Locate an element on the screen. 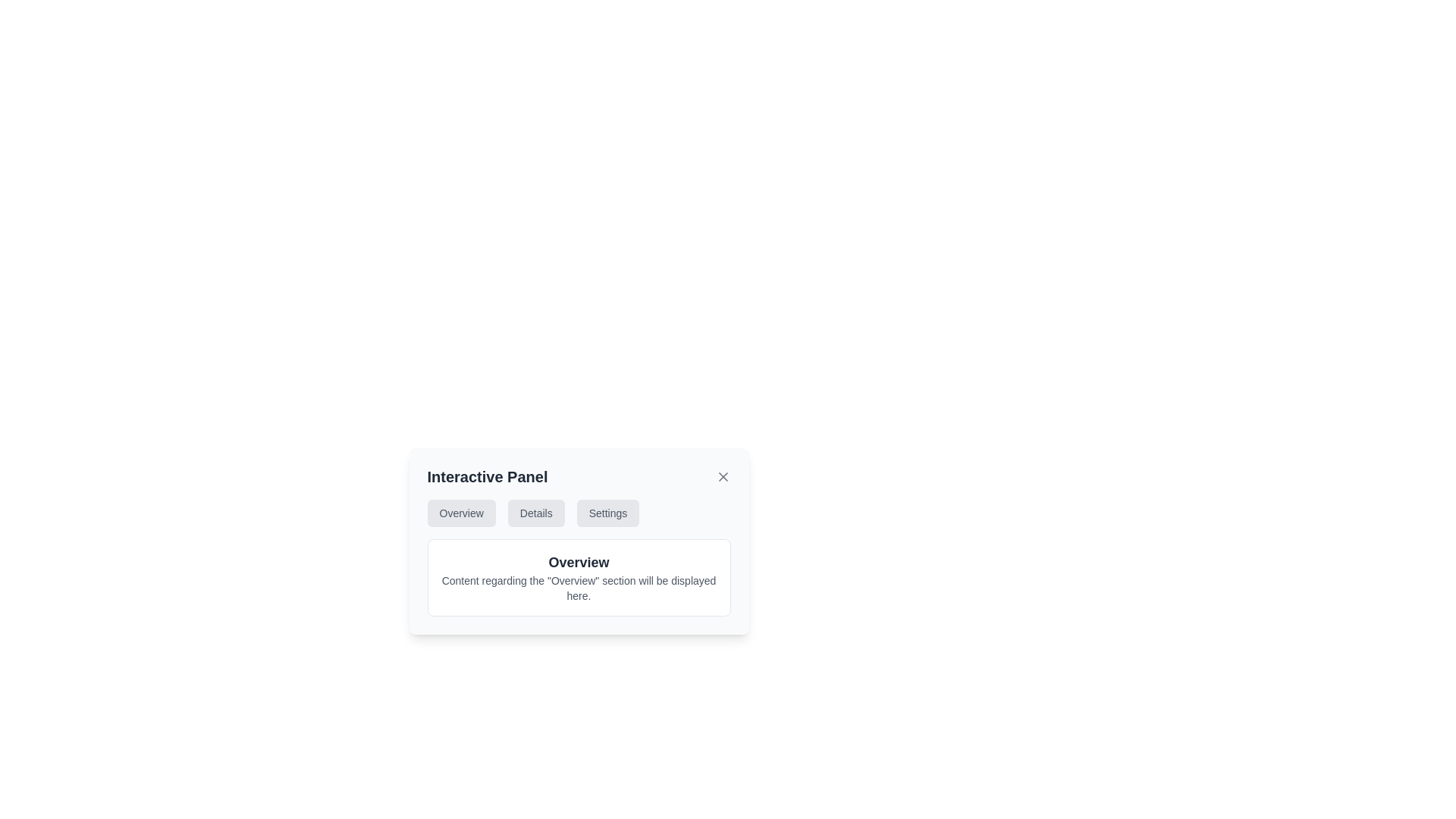 The image size is (1456, 819). the 'Overview' tab, which is the first tab in the horizontal row of the 'Interactive Panel' is located at coordinates (460, 513).